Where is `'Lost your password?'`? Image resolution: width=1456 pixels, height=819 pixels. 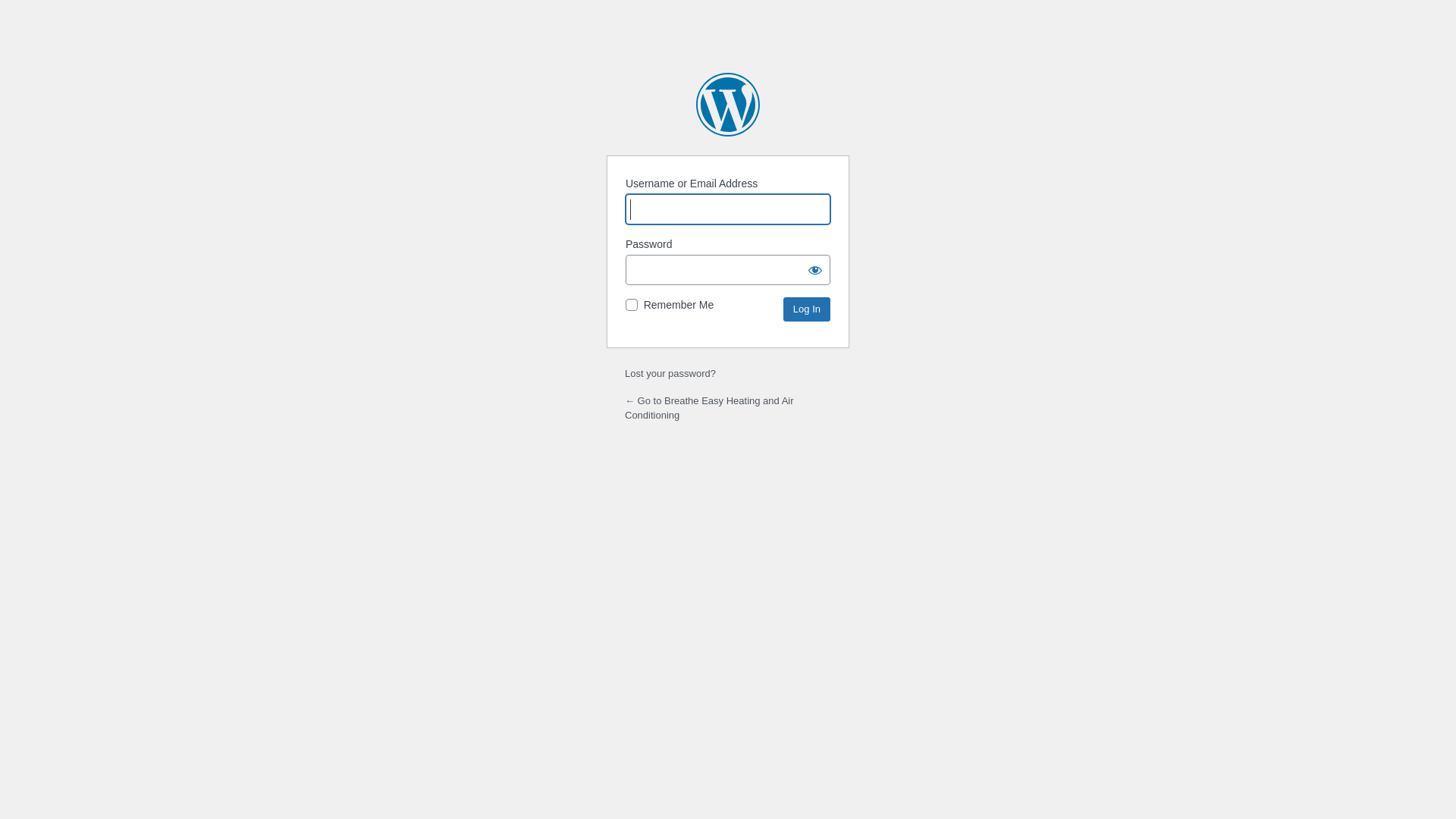
'Lost your password?' is located at coordinates (669, 373).